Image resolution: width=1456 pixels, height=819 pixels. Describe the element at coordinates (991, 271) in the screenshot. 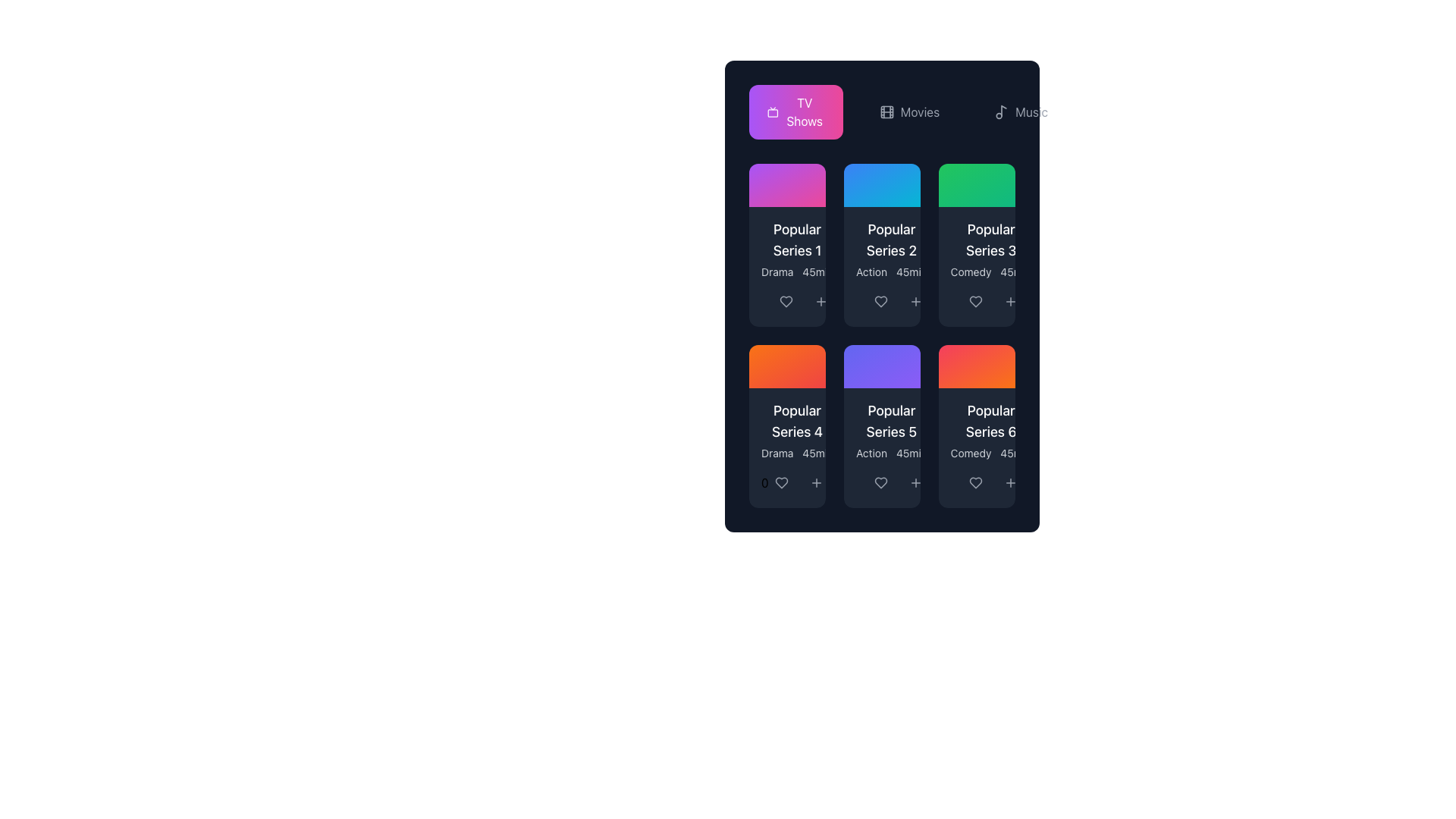

I see `the text label providing additional information about the series genre and duration, located below the title 'Popular Series 3' in the third card of the grid layout` at that location.